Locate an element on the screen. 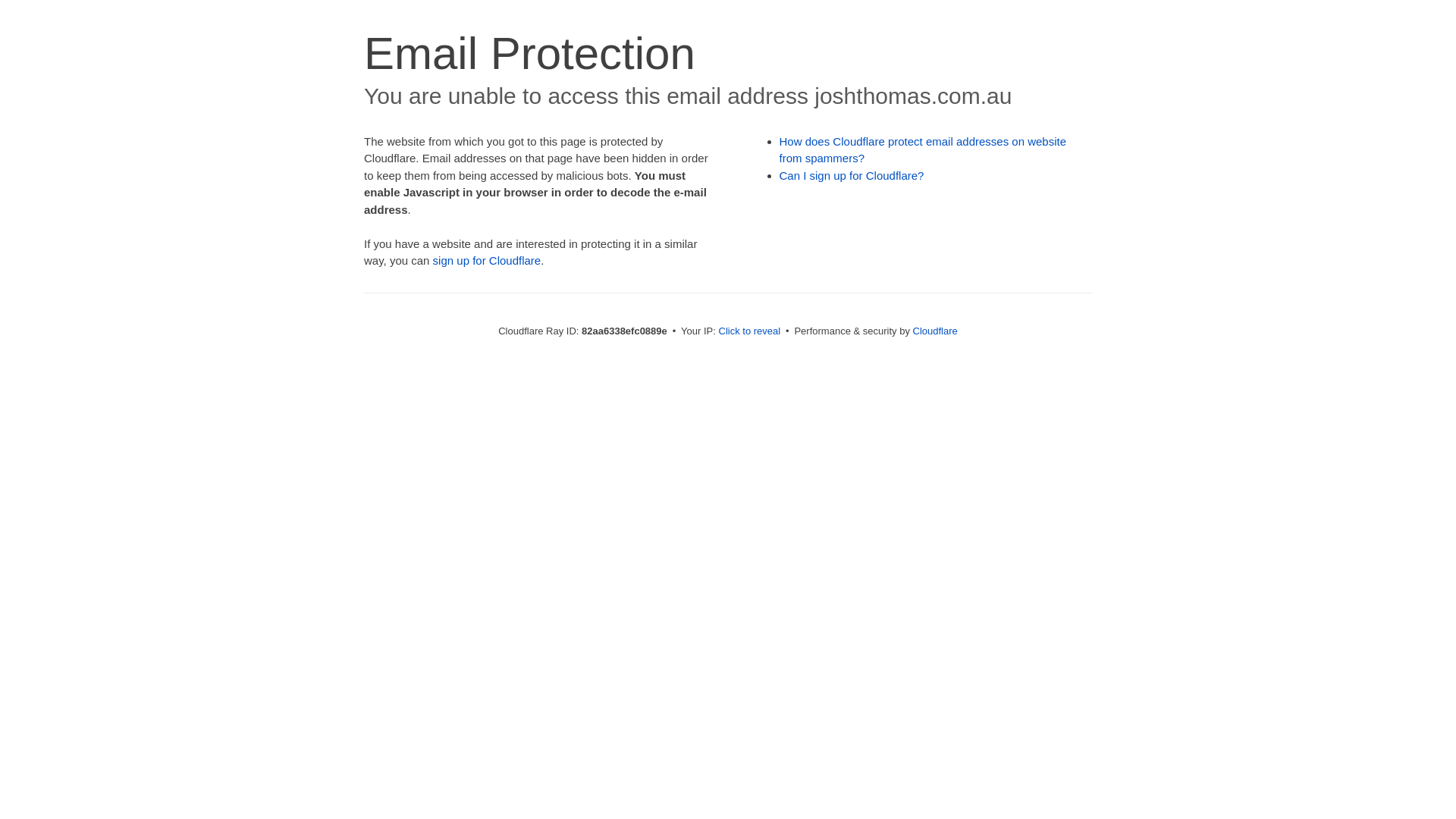 The width and height of the screenshot is (1456, 819). 'Can I sign up for Cloudflare?' is located at coordinates (852, 174).